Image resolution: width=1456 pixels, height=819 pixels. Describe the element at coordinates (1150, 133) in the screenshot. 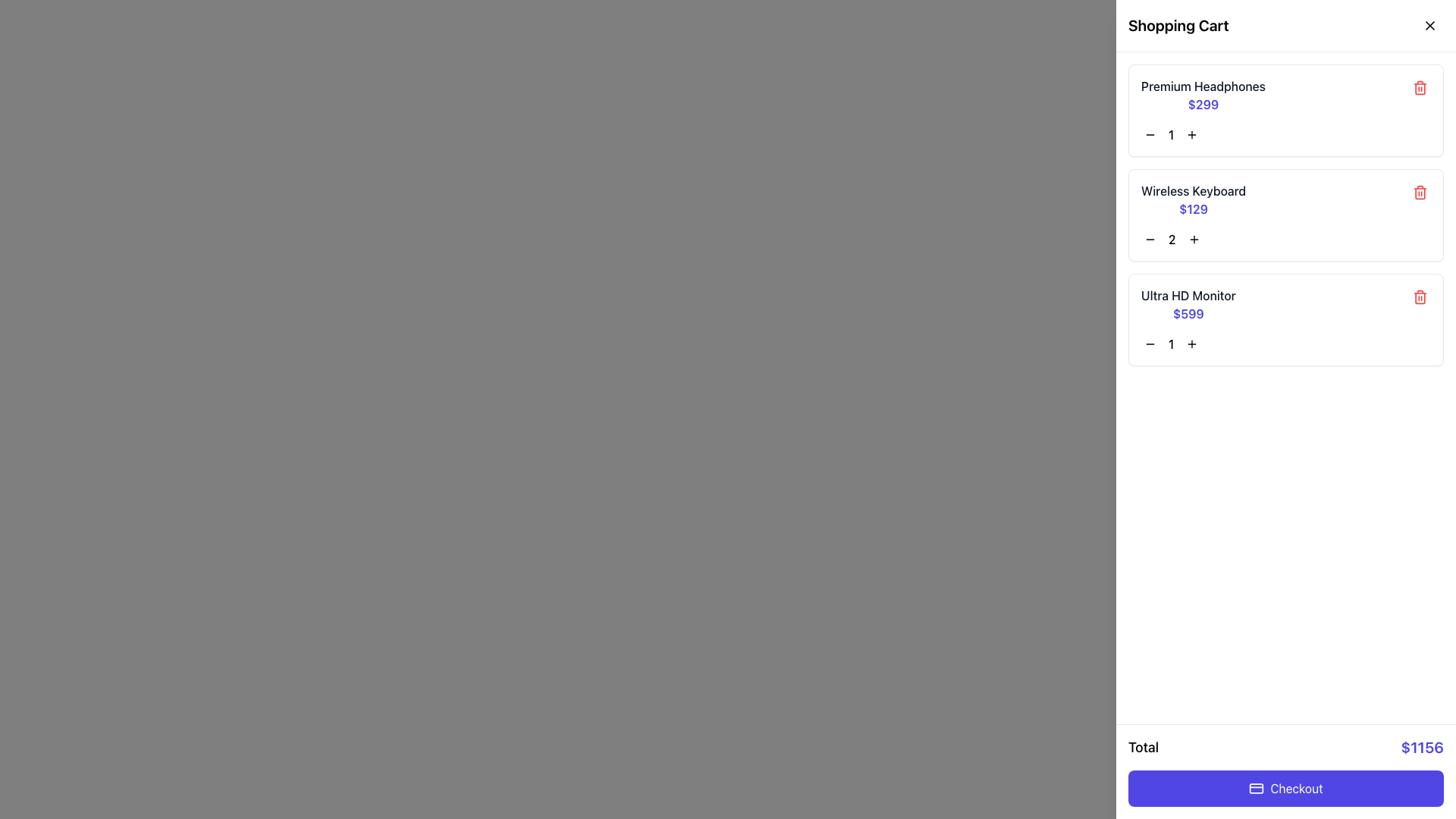

I see `the minus-symbol icon within the decrement button of the first cart item row to decrement the item's quantity` at that location.